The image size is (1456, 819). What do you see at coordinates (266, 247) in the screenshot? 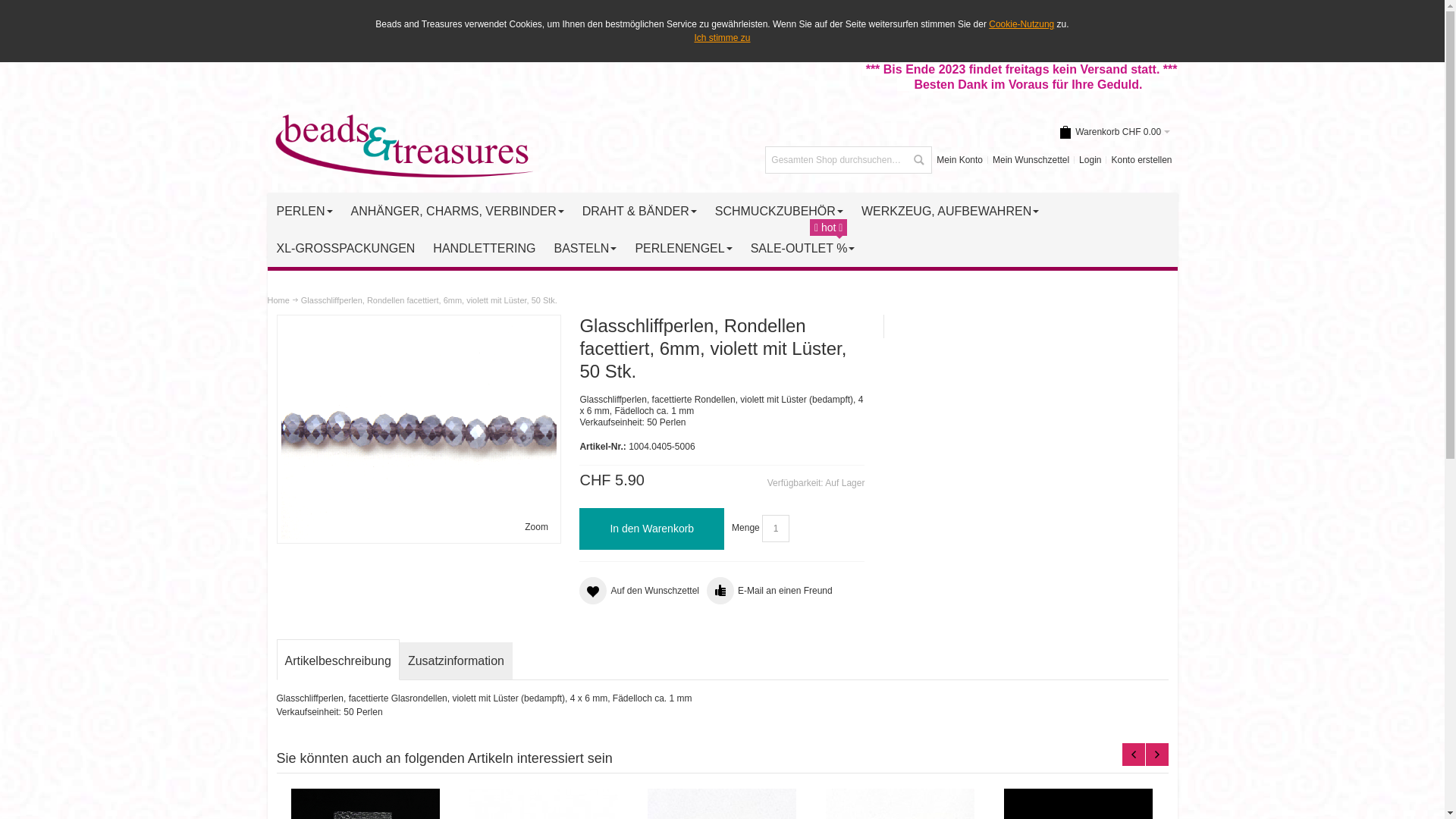
I see `'XL-GROSSPACKUNGEN'` at bounding box center [266, 247].